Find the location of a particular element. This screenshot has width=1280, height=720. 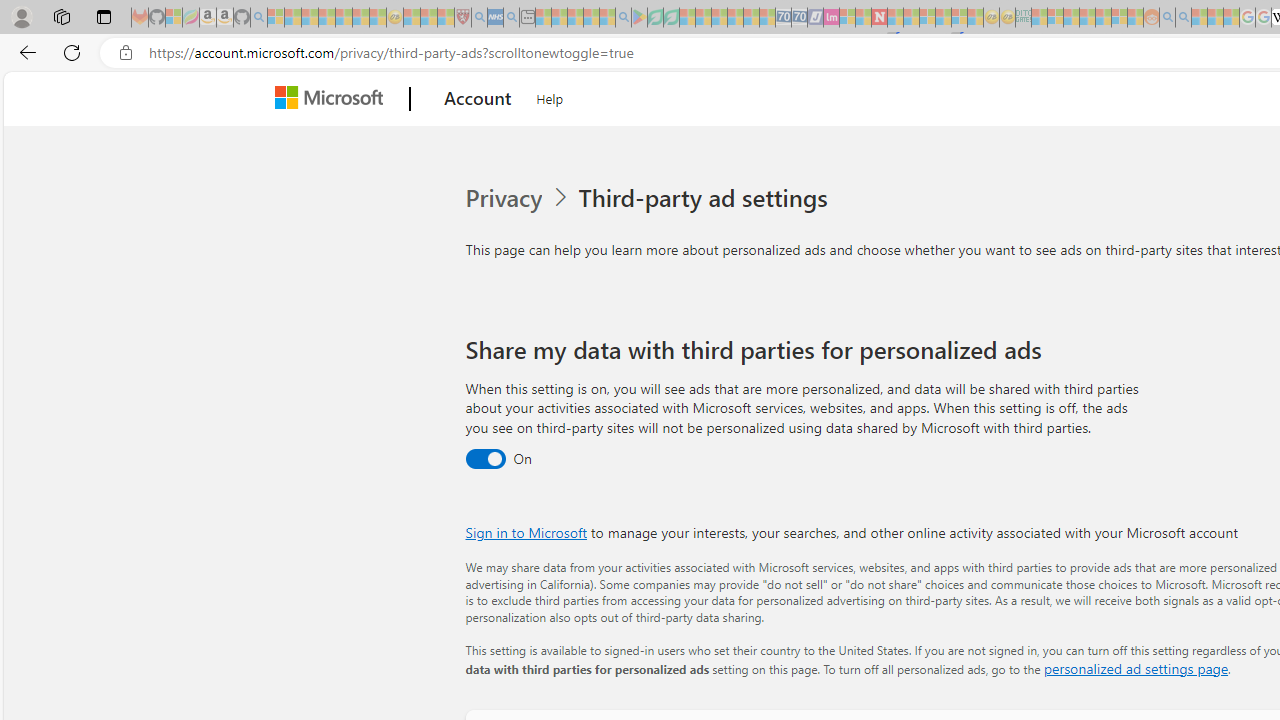

'Jobs - lastminute.com Investor Portal - Sleeping' is located at coordinates (831, 17).